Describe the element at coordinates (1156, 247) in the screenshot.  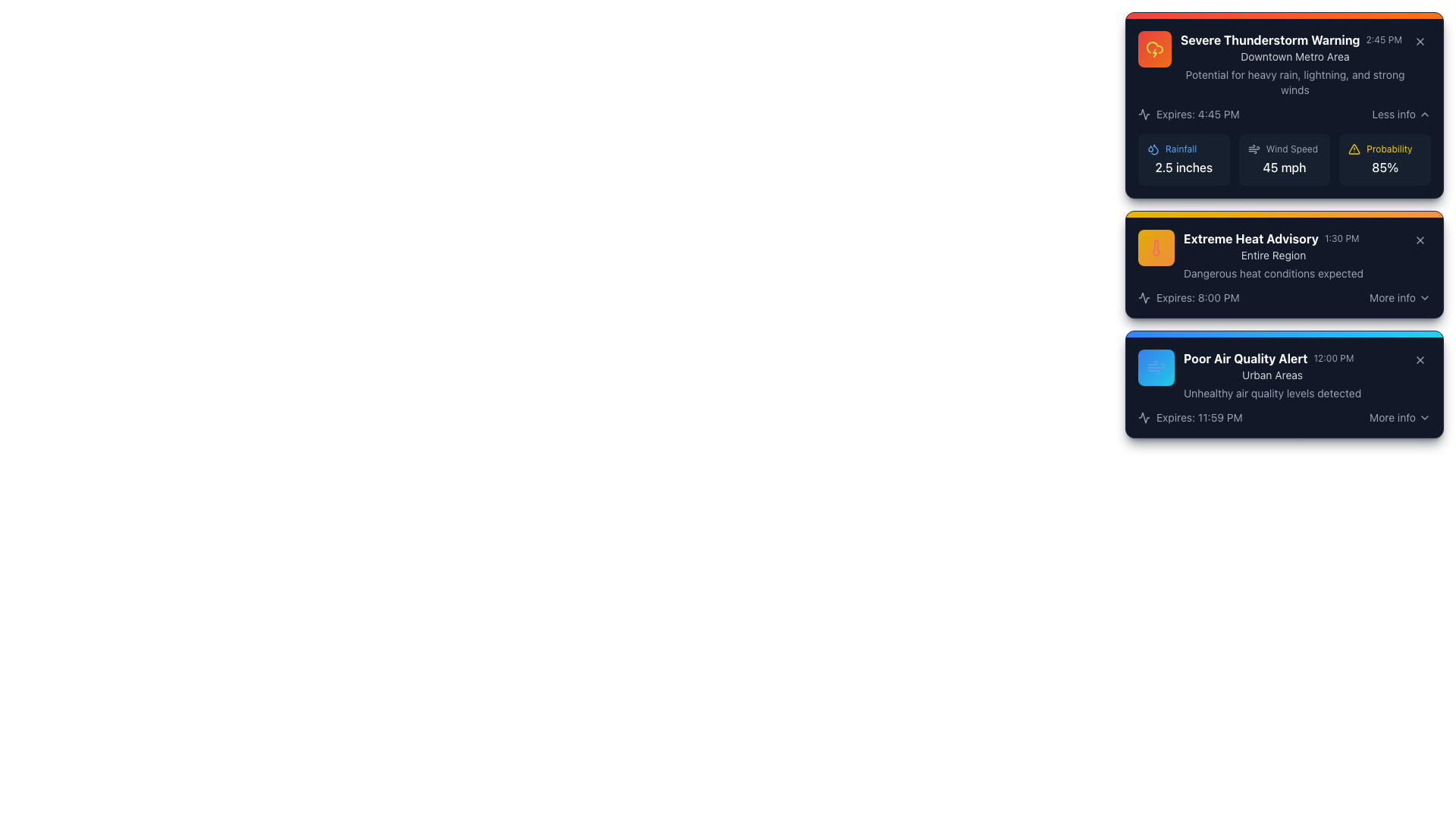
I see `the prominent thermometer icon with a red tone, which is located in the top-left section of the 'Extreme Heat Advisory' notification card` at that location.